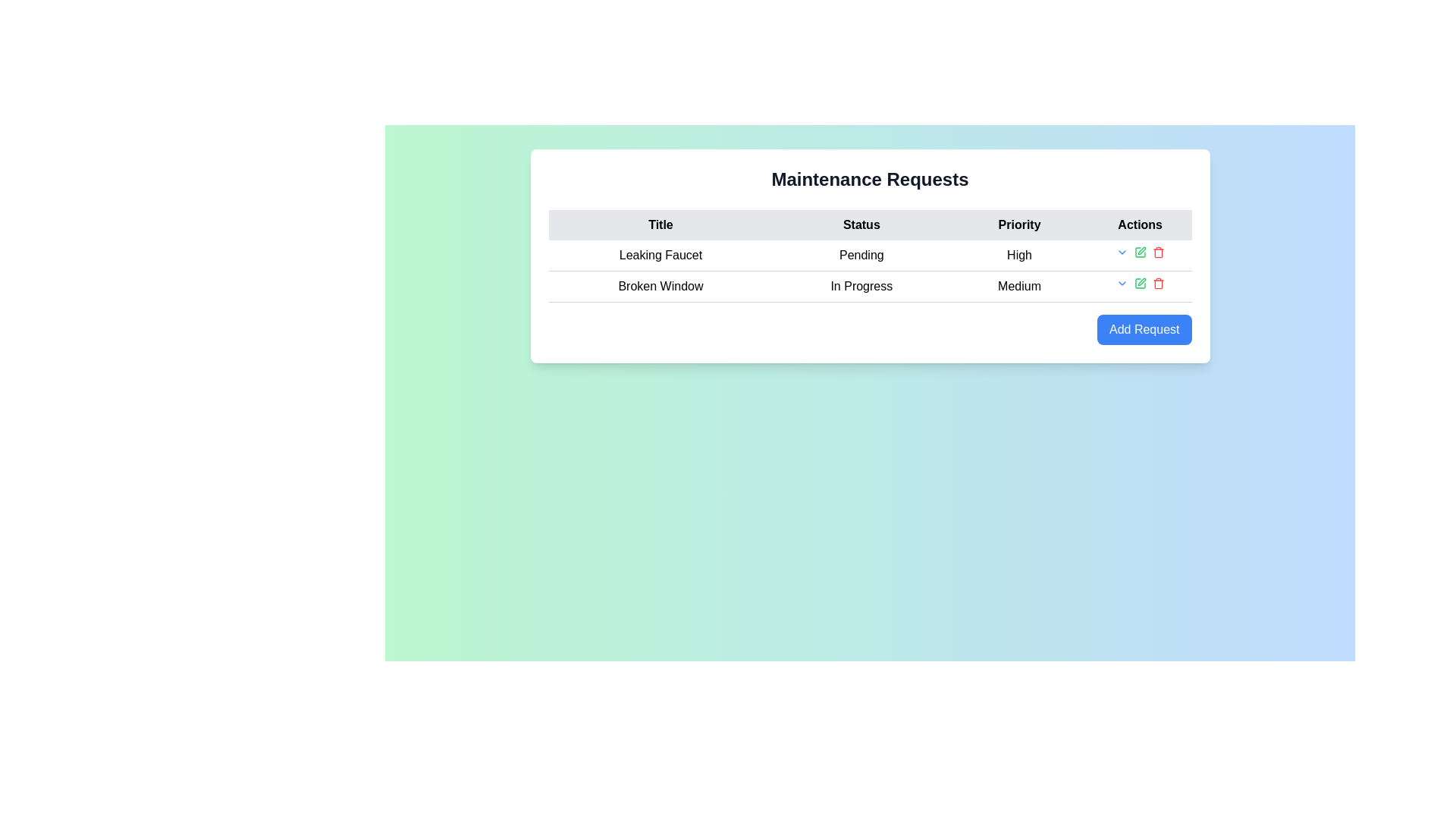 The height and width of the screenshot is (819, 1456). Describe the element at coordinates (1140, 251) in the screenshot. I see `the base square outline of the 'Edit' icon in the 'Actions' column of the 'Maintenance Requests' table, next to the 'High' priority row for the 'Leaking Faucet' entry` at that location.